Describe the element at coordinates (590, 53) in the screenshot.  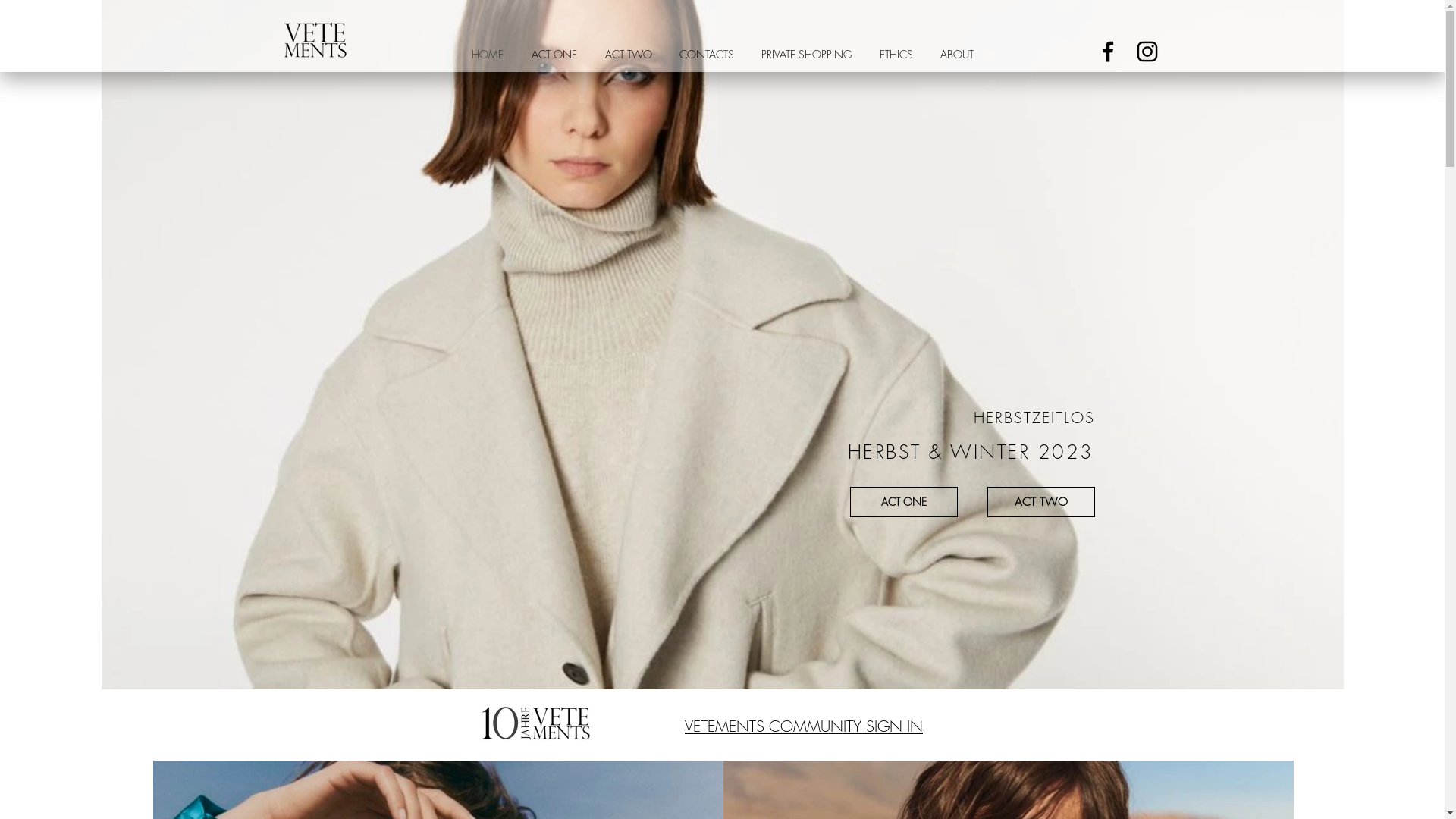
I see `'ACT TWO'` at that location.